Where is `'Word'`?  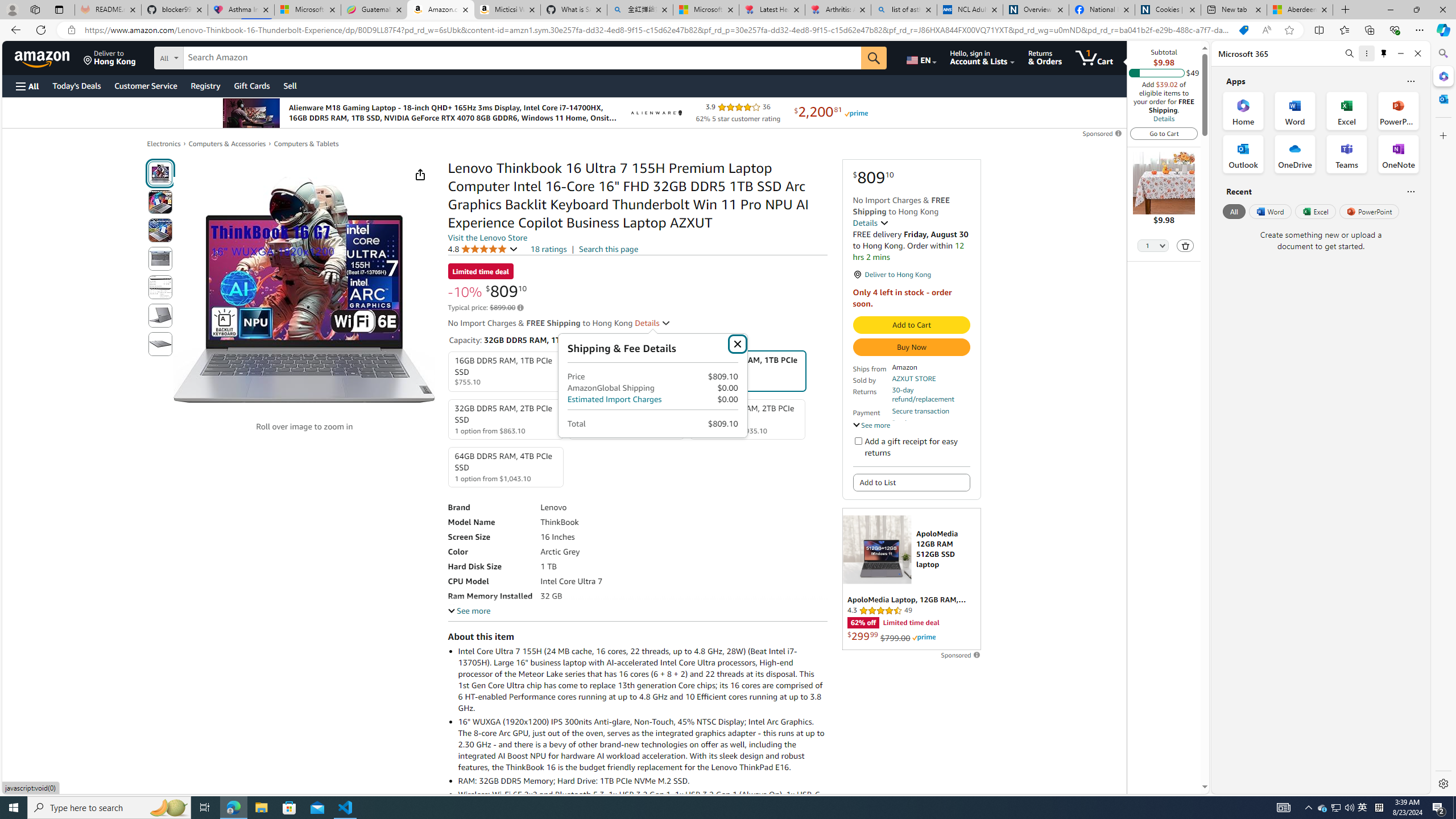 'Word' is located at coordinates (1269, 211).